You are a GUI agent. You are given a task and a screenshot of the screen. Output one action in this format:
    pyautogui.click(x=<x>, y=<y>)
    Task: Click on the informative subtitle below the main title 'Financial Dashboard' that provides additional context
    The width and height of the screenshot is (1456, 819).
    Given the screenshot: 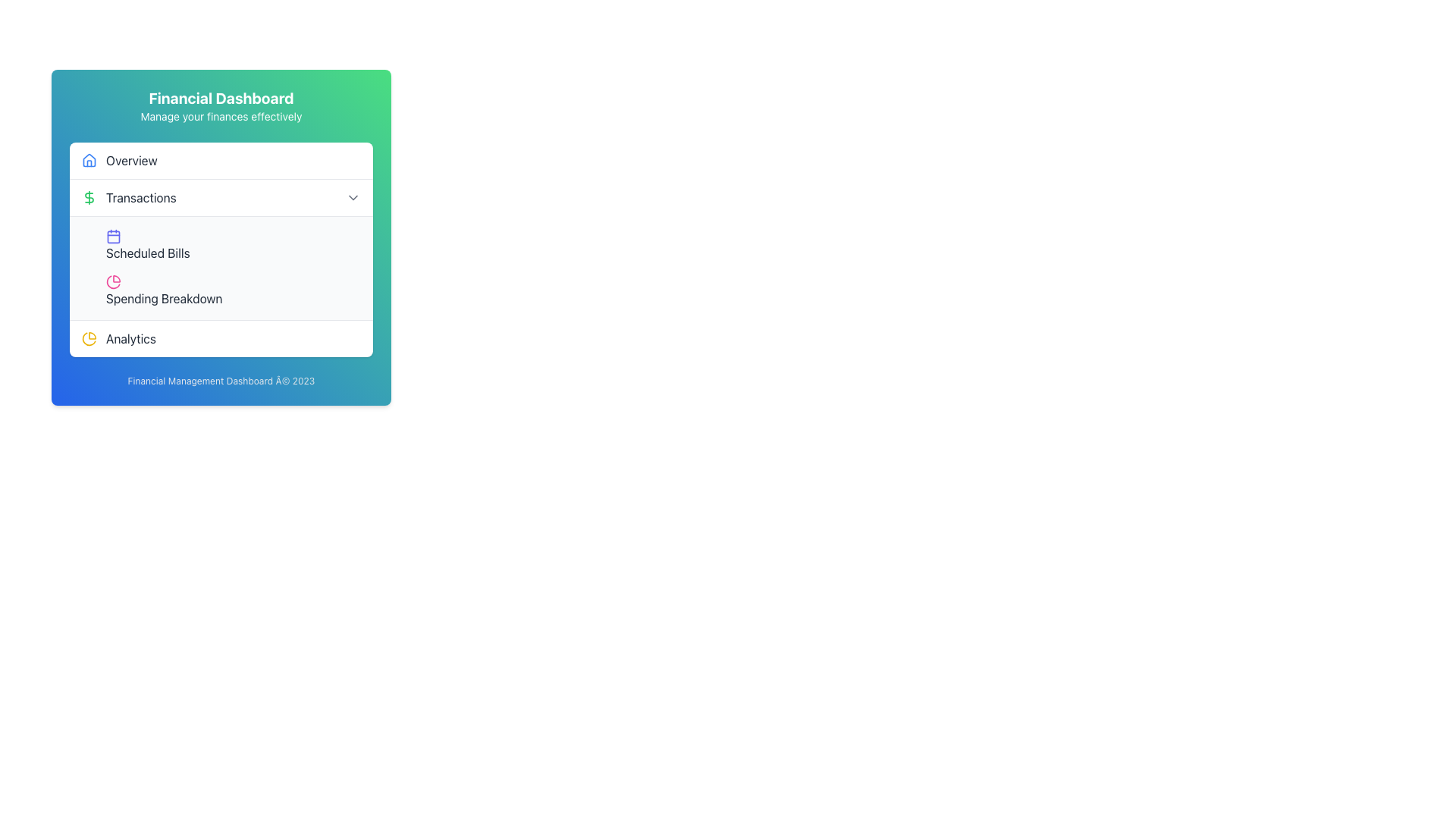 What is the action you would take?
    pyautogui.click(x=221, y=116)
    